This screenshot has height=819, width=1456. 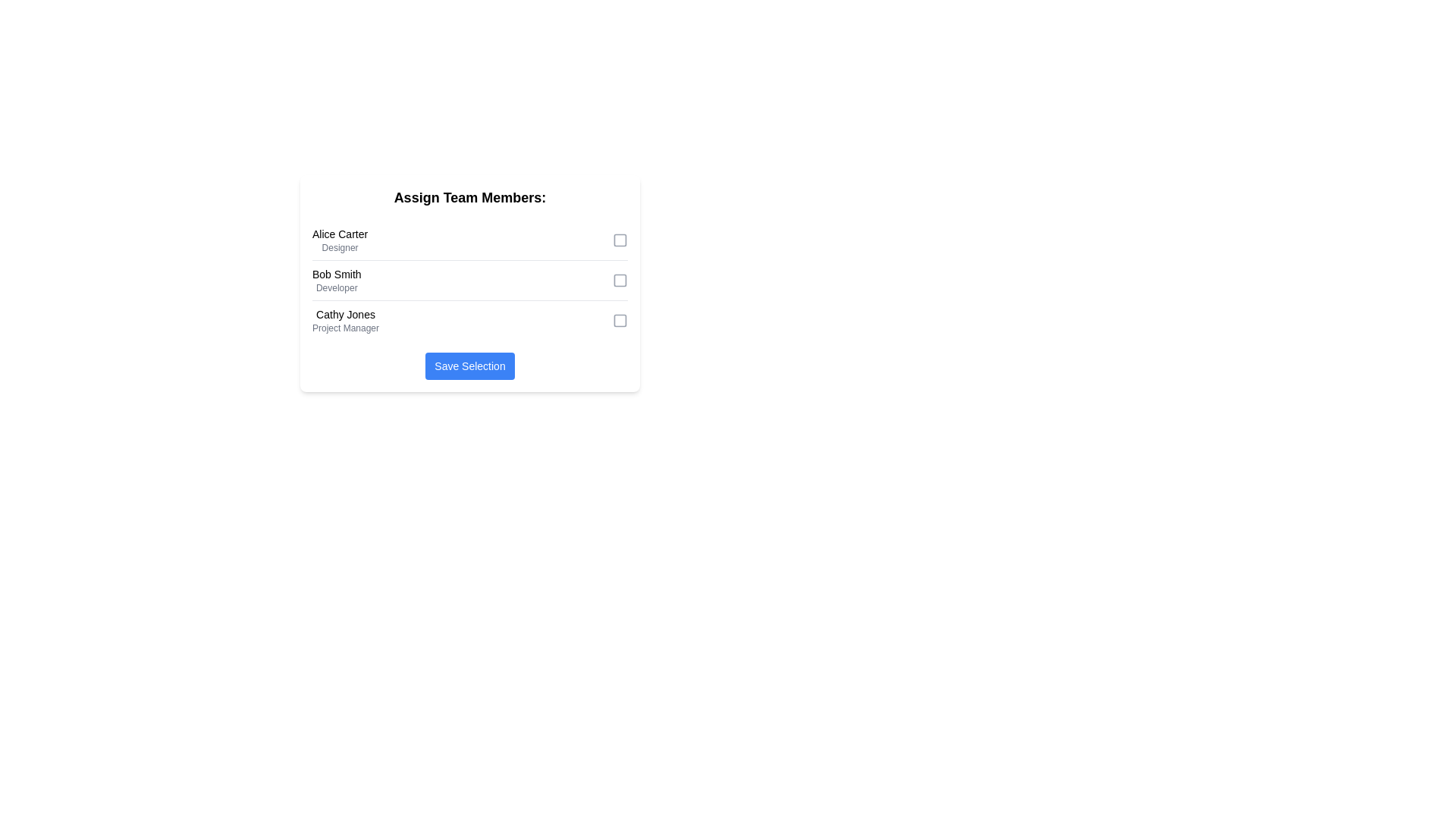 I want to click on the interactive checkbox in the selectable list item for 'Bob Smith', so click(x=469, y=281).